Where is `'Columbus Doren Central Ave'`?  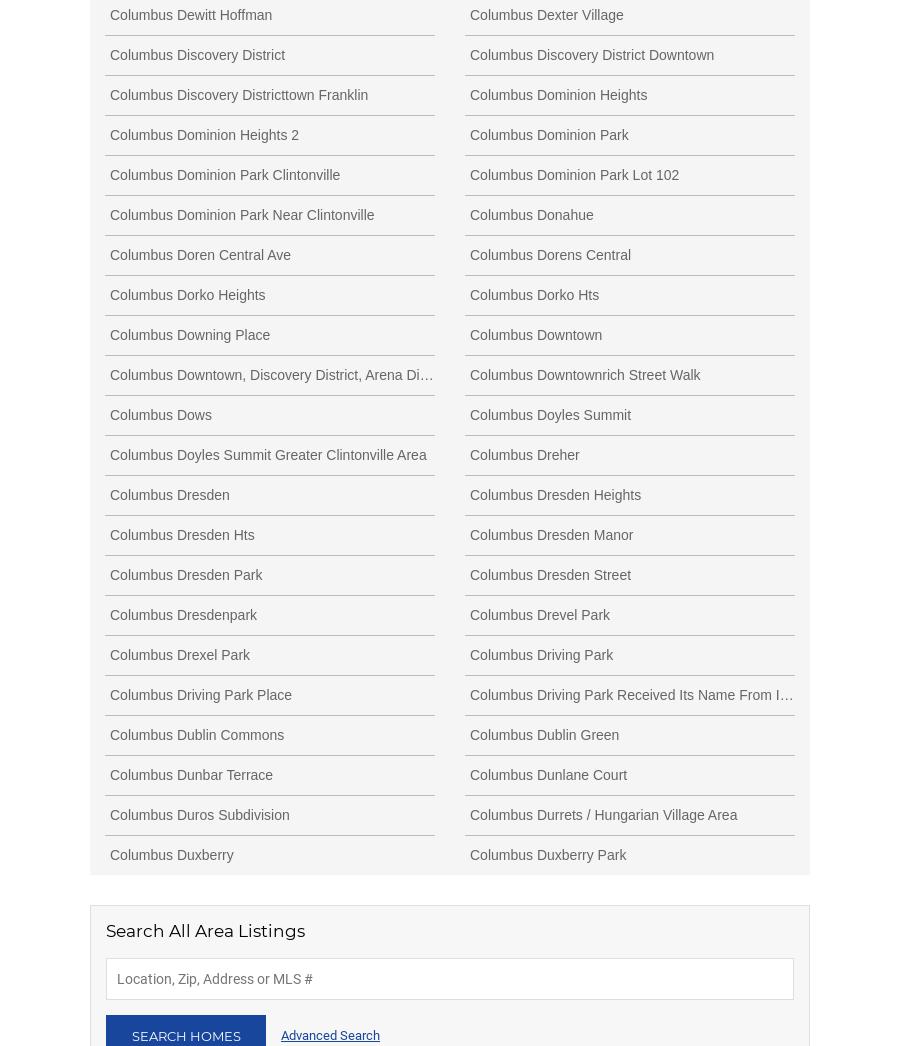
'Columbus Doren Central Ave' is located at coordinates (200, 252).